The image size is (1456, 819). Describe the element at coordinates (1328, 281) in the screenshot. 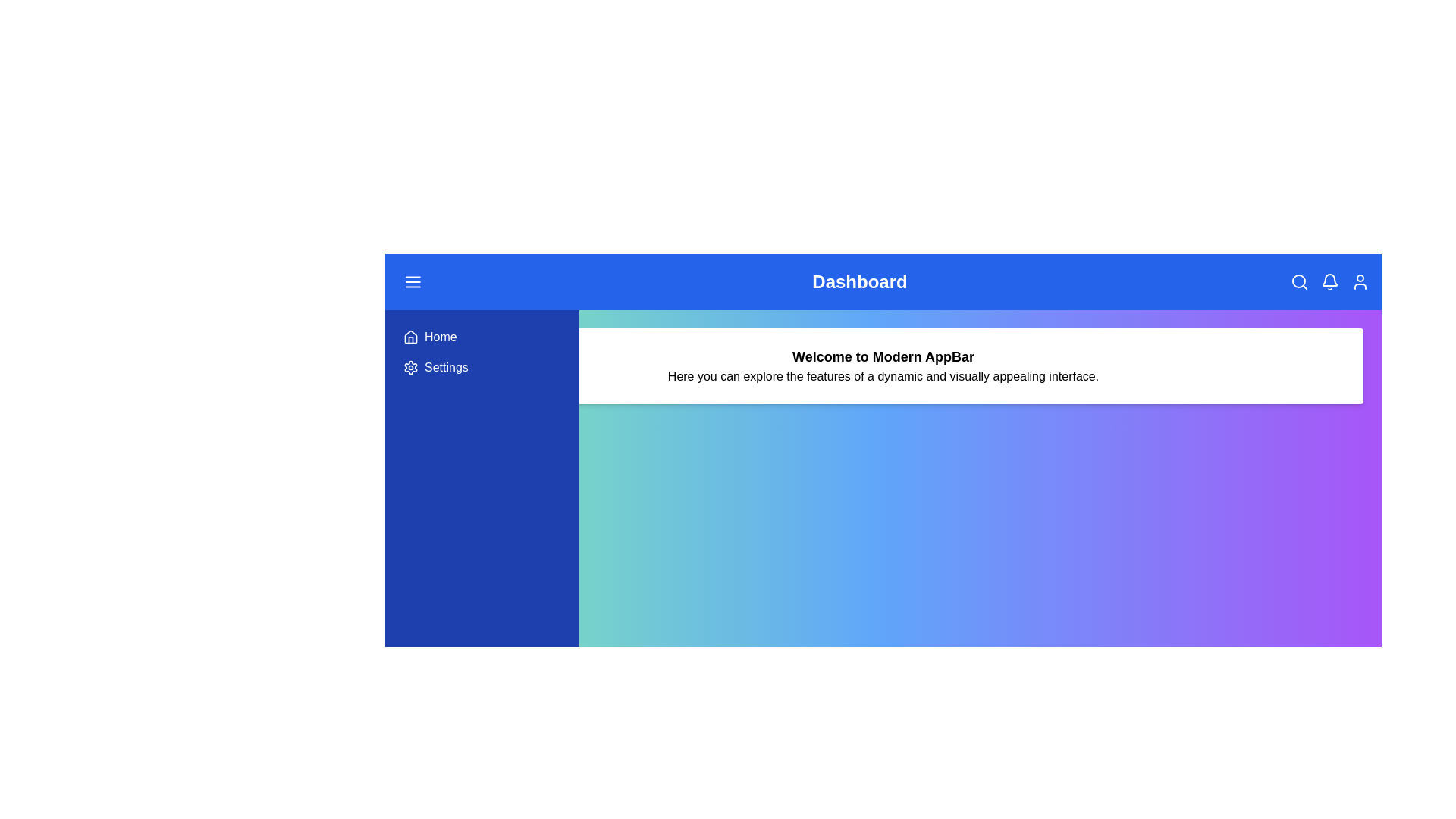

I see `the bell icon to view notifications` at that location.